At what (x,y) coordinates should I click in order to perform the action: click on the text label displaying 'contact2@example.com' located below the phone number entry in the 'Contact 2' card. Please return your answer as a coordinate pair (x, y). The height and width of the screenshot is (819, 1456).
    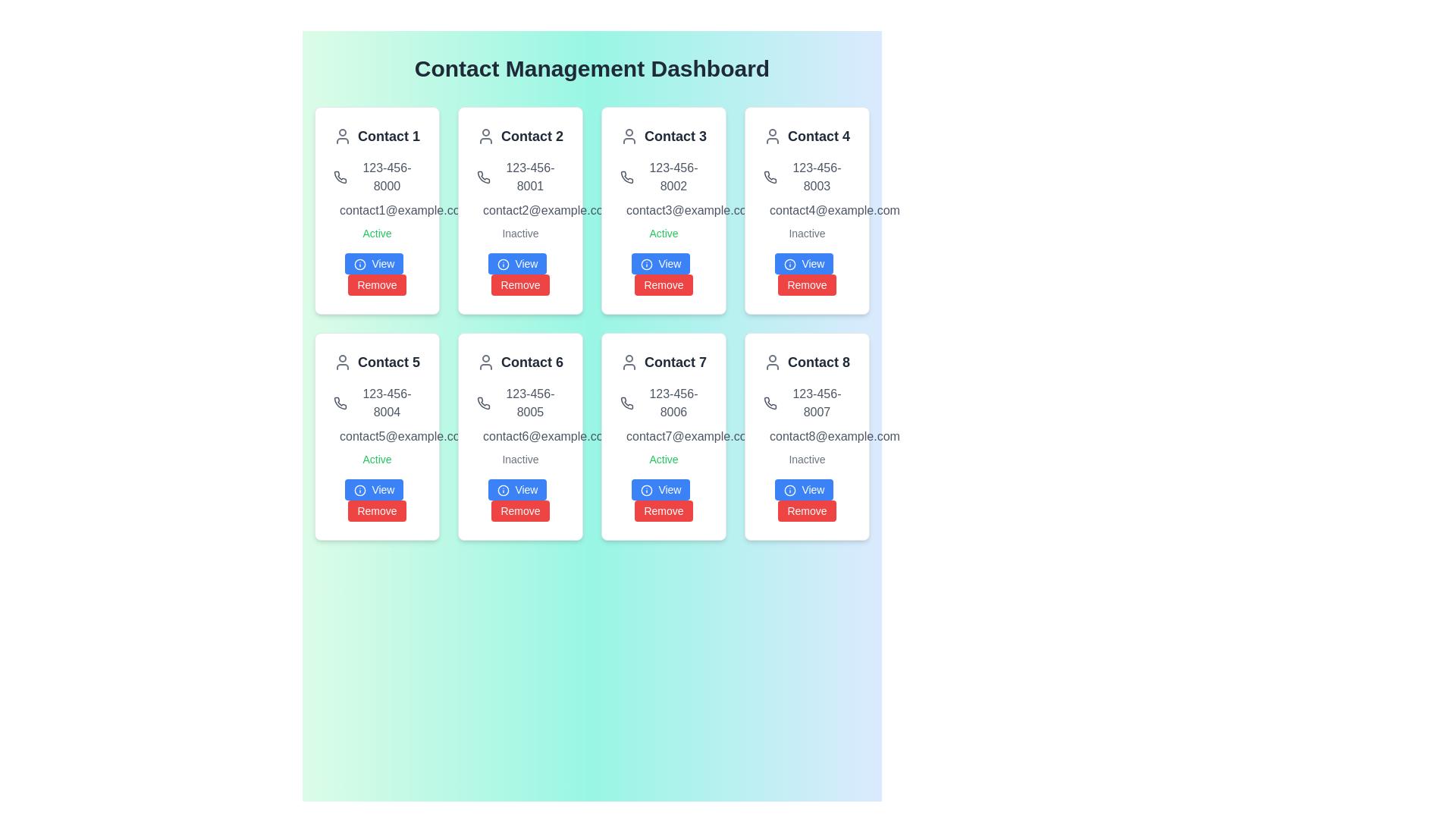
    Looking at the image, I should click on (520, 210).